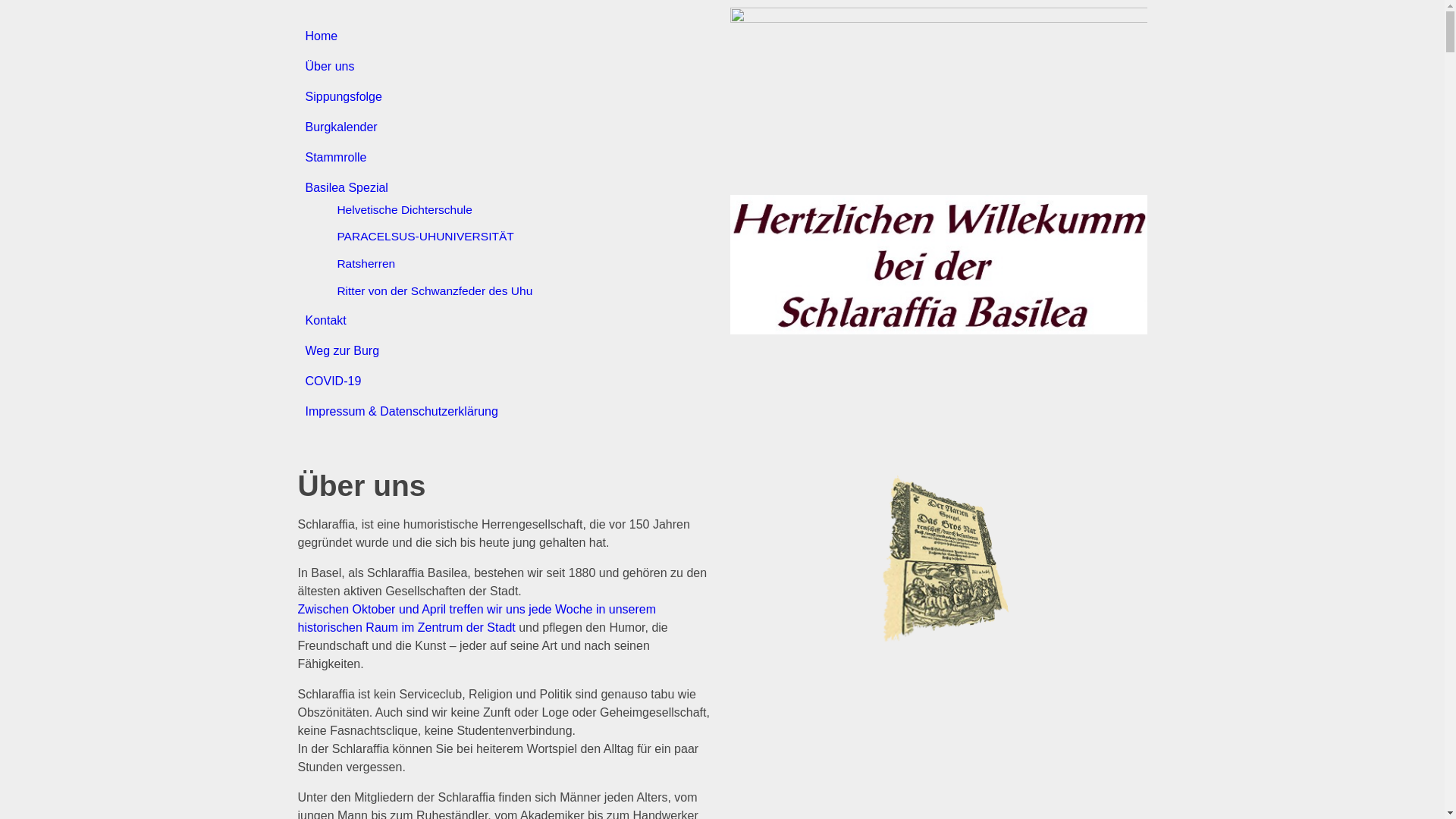 The image size is (1456, 819). I want to click on 'Stammrolle', so click(334, 157).